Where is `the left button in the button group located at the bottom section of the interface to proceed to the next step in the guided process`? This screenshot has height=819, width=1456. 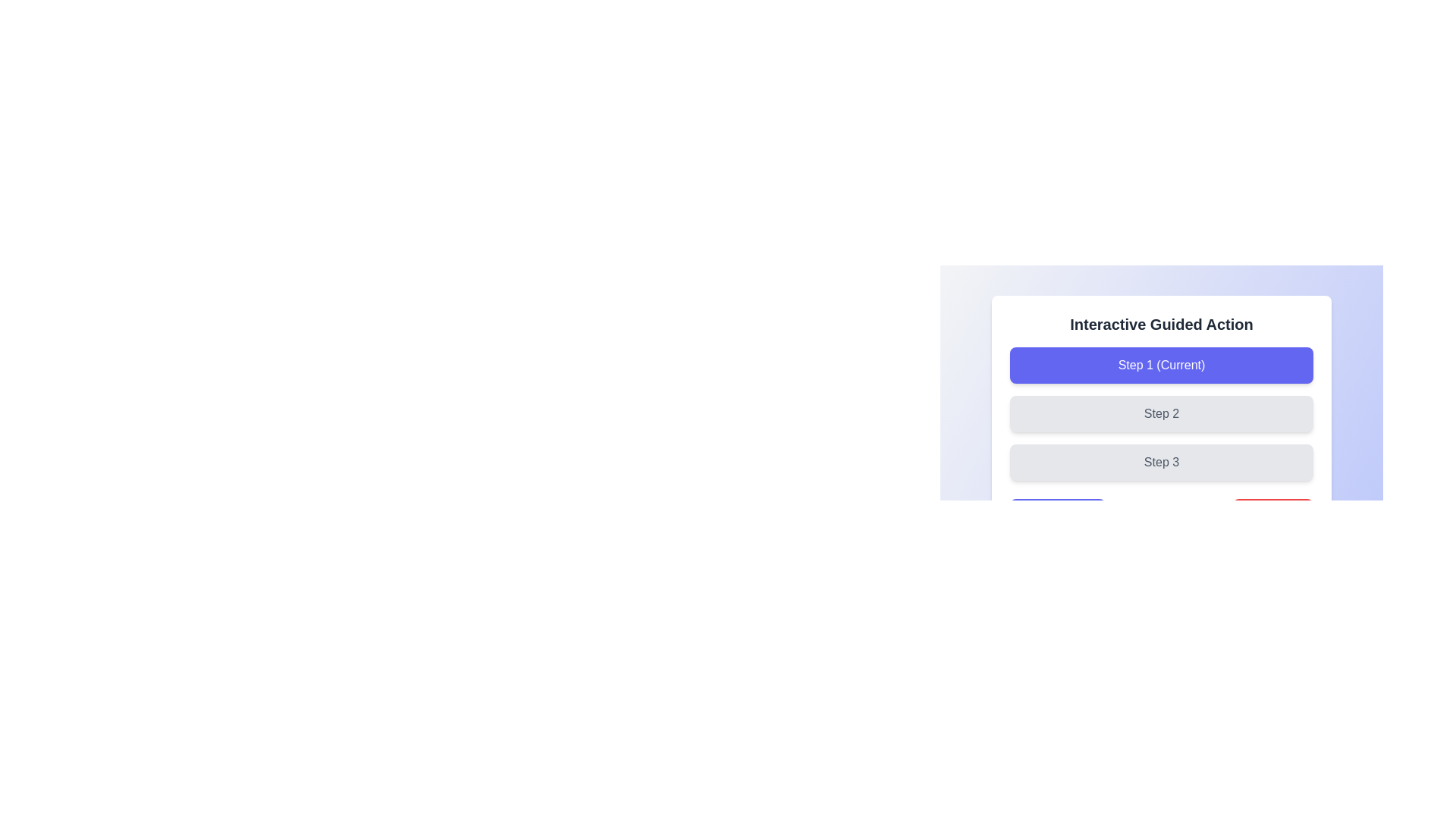 the left button in the button group located at the bottom section of the interface to proceed to the next step in the guided process is located at coordinates (1057, 513).